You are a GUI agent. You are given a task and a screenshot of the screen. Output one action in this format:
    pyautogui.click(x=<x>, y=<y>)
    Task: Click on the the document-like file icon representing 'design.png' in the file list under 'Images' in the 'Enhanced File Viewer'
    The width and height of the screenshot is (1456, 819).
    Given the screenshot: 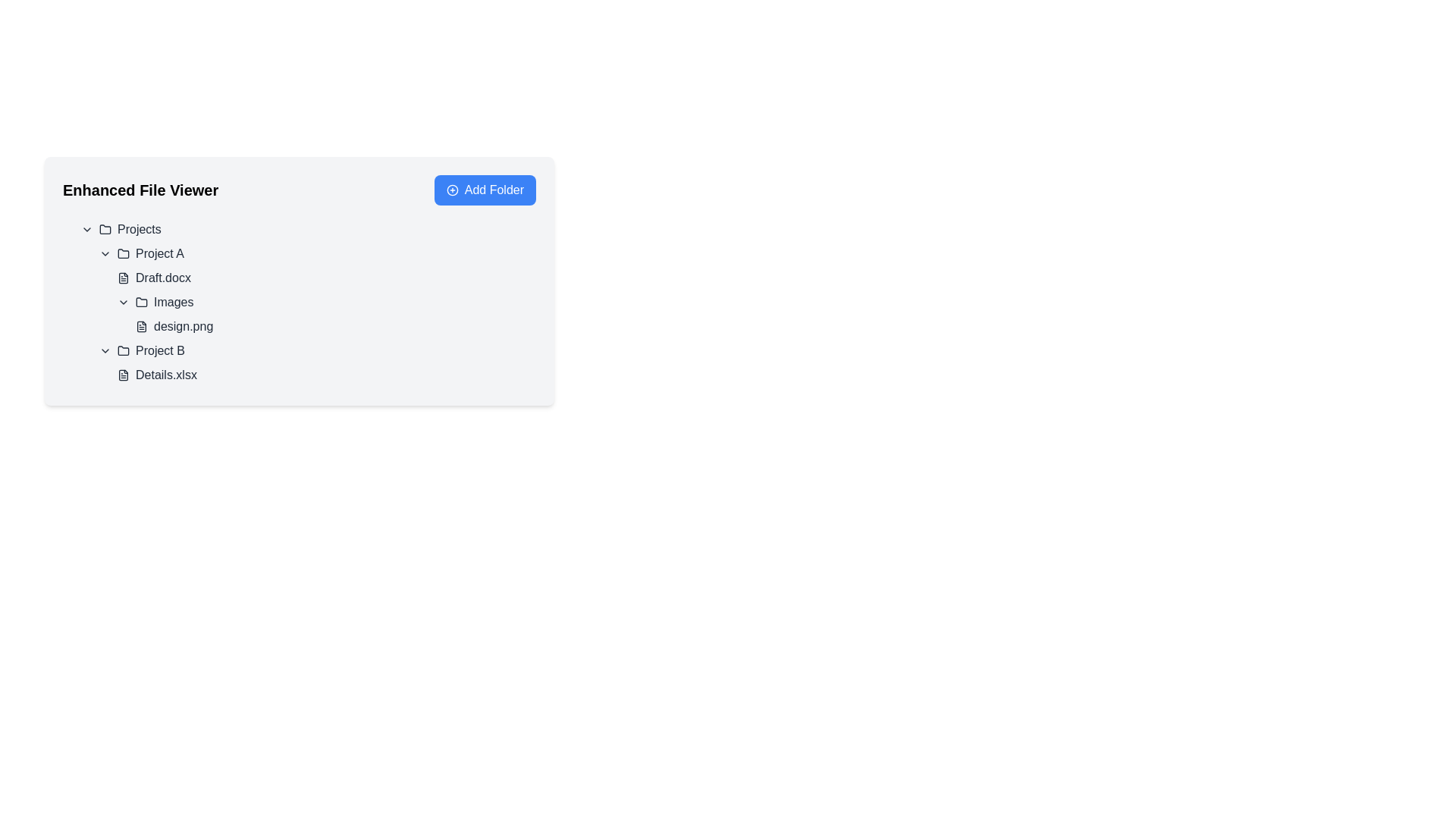 What is the action you would take?
    pyautogui.click(x=142, y=326)
    